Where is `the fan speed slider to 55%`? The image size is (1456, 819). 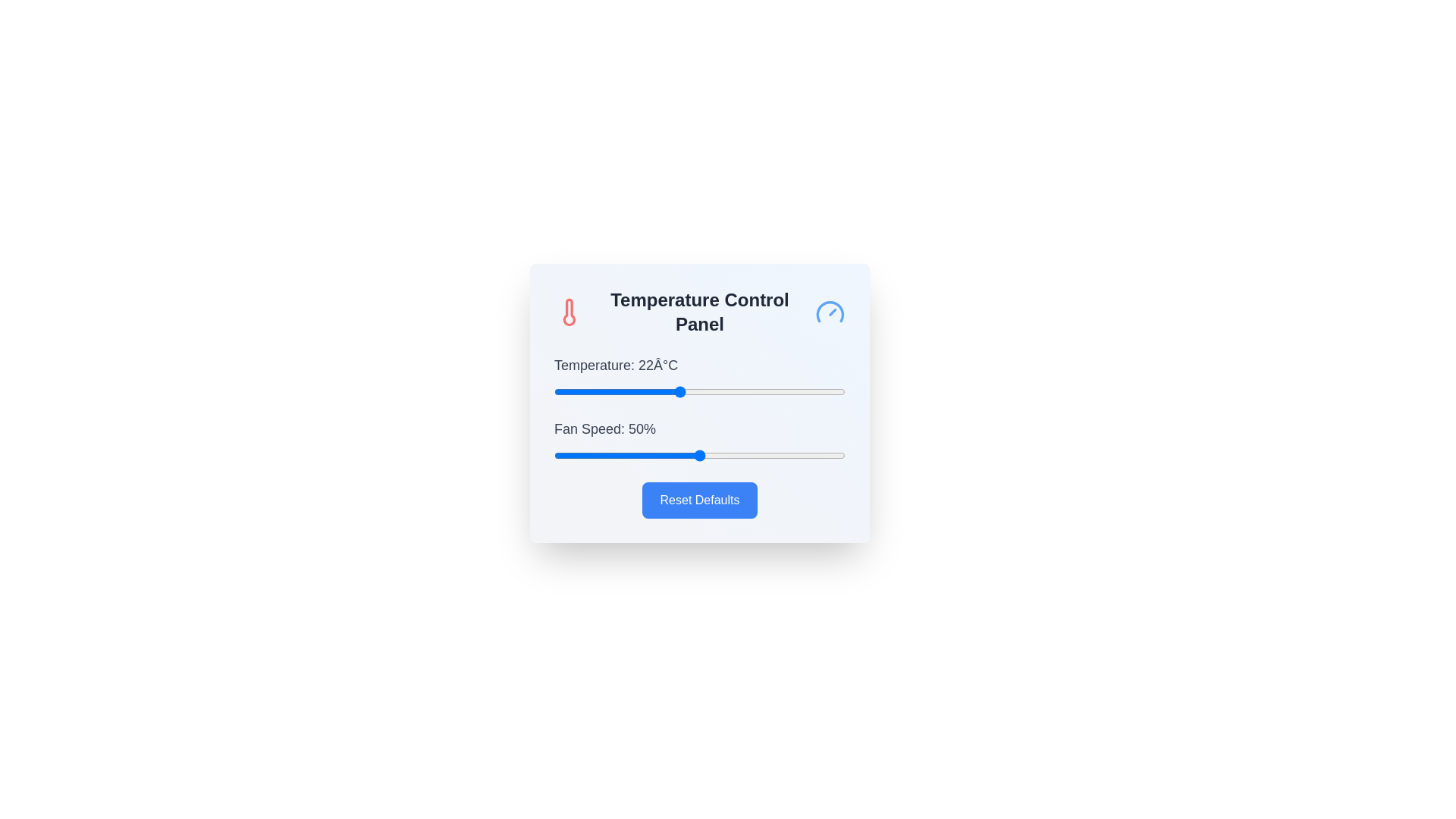
the fan speed slider to 55% is located at coordinates (714, 455).